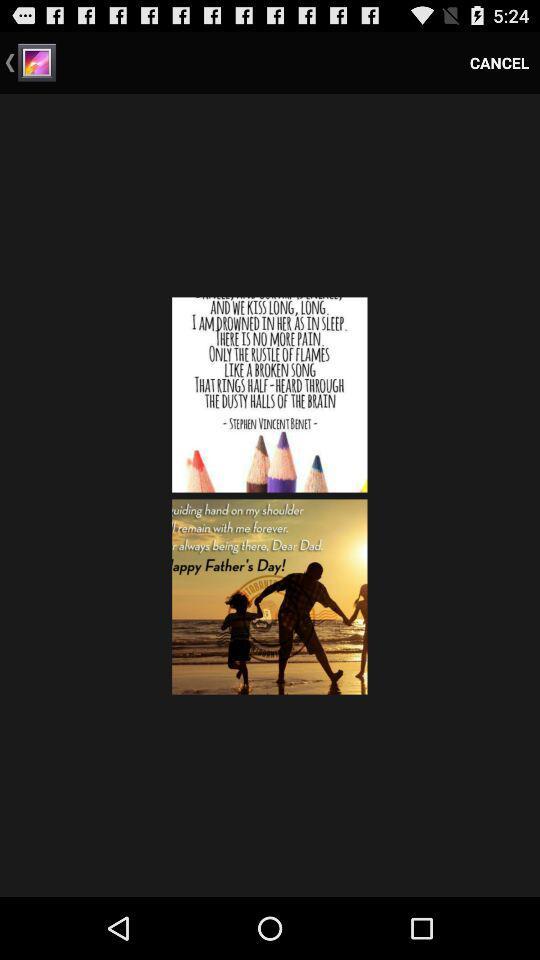 Image resolution: width=540 pixels, height=960 pixels. What do you see at coordinates (498, 62) in the screenshot?
I see `the icon at the top right corner` at bounding box center [498, 62].